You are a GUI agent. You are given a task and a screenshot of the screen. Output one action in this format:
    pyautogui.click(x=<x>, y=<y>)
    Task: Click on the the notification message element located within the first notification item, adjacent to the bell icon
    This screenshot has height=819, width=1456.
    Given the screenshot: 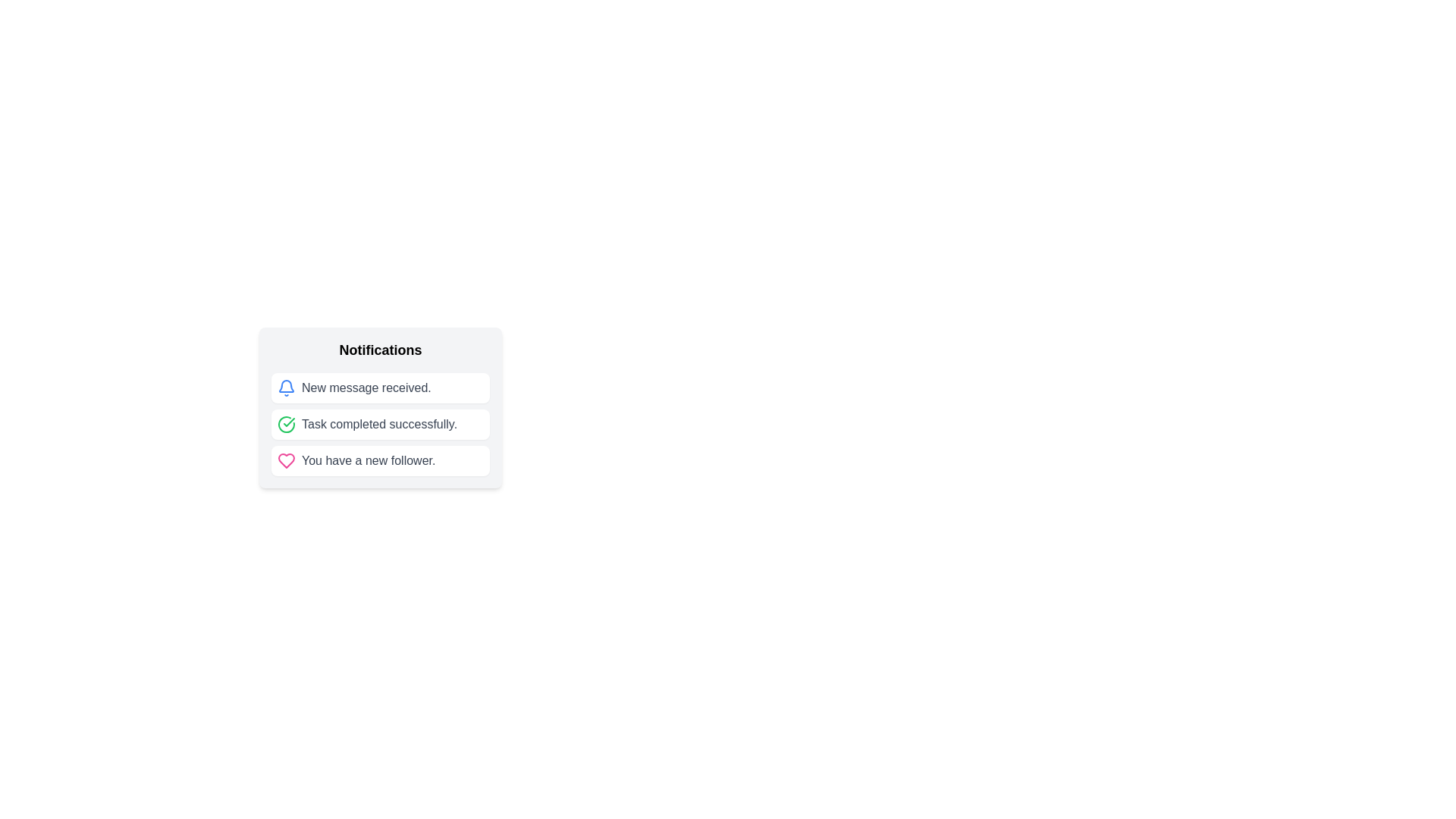 What is the action you would take?
    pyautogui.click(x=366, y=388)
    